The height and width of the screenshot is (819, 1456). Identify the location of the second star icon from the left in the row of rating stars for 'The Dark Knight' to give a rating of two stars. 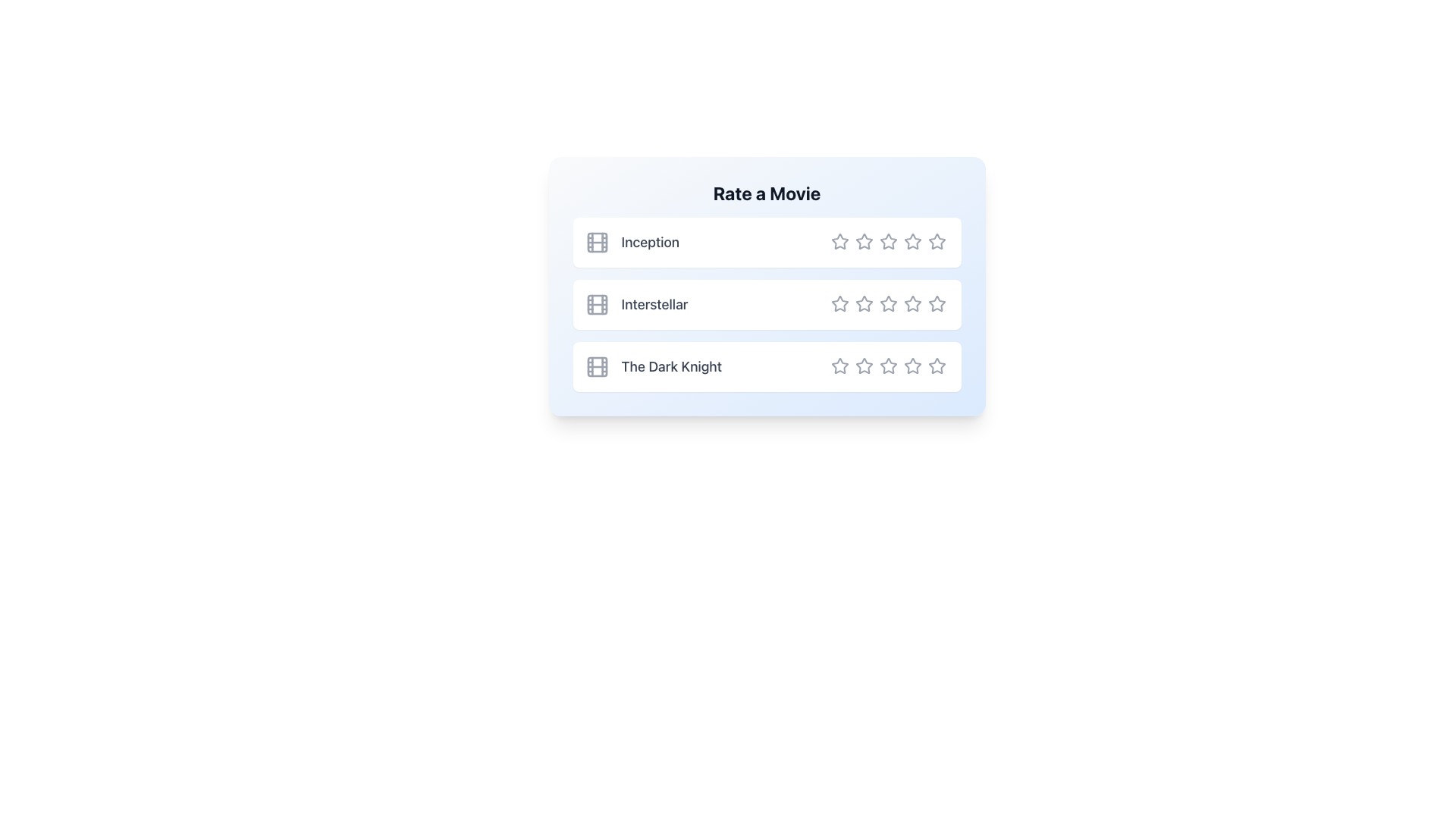
(864, 366).